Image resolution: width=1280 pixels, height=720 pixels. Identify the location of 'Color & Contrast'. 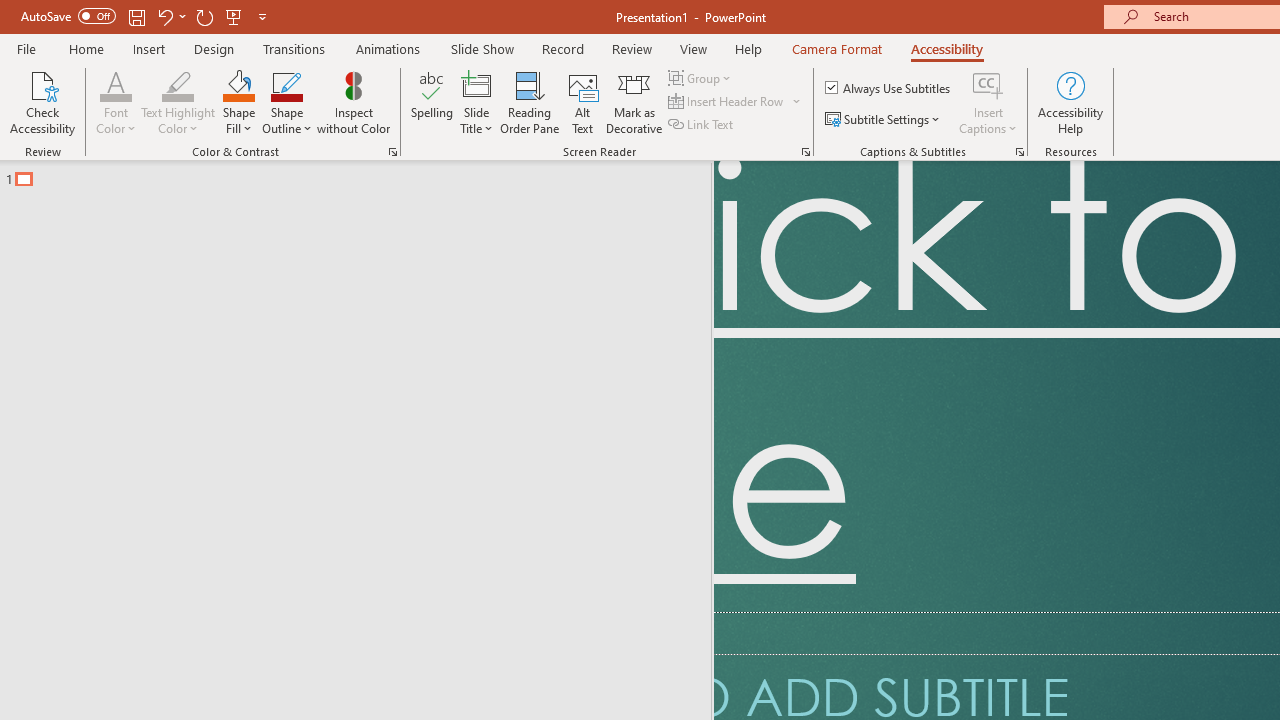
(392, 150).